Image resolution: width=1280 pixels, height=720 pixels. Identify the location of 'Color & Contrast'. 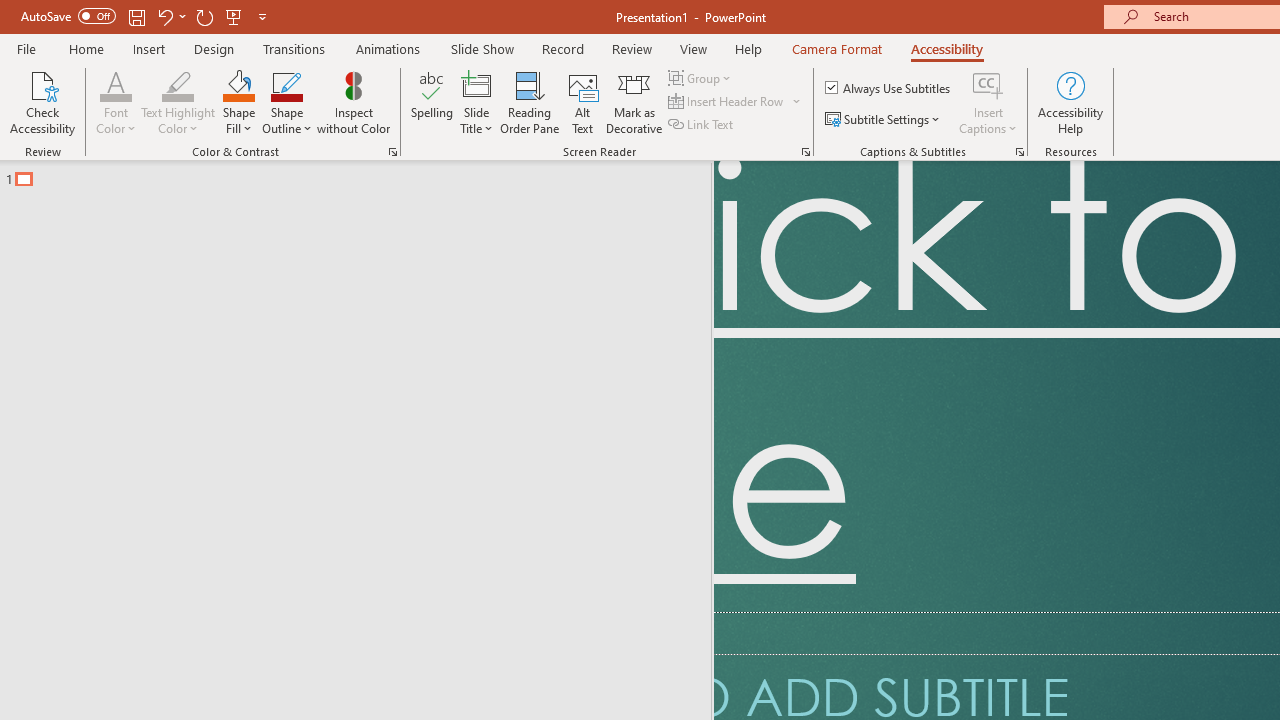
(392, 150).